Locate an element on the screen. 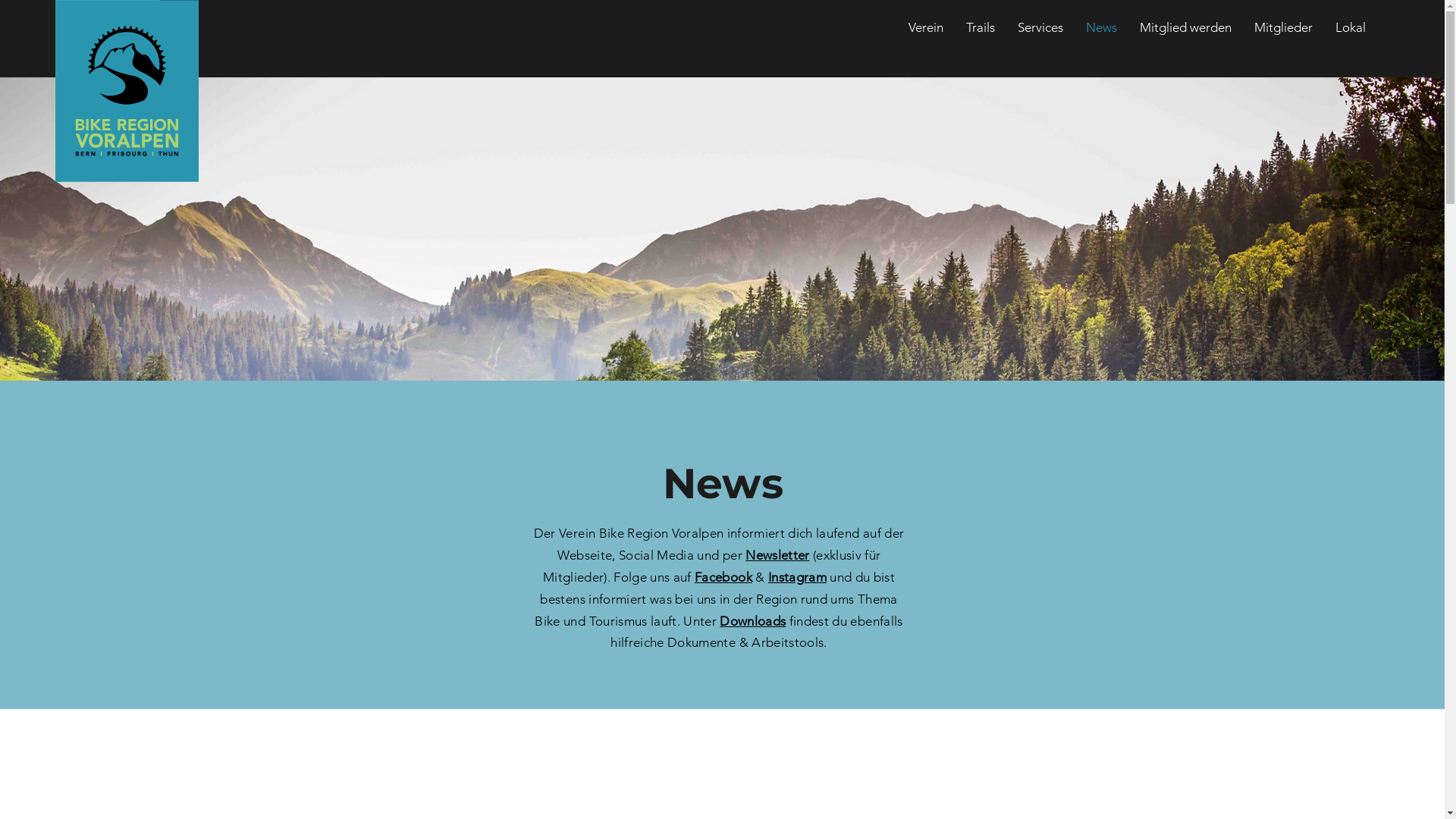  'Verein' is located at coordinates (896, 37).